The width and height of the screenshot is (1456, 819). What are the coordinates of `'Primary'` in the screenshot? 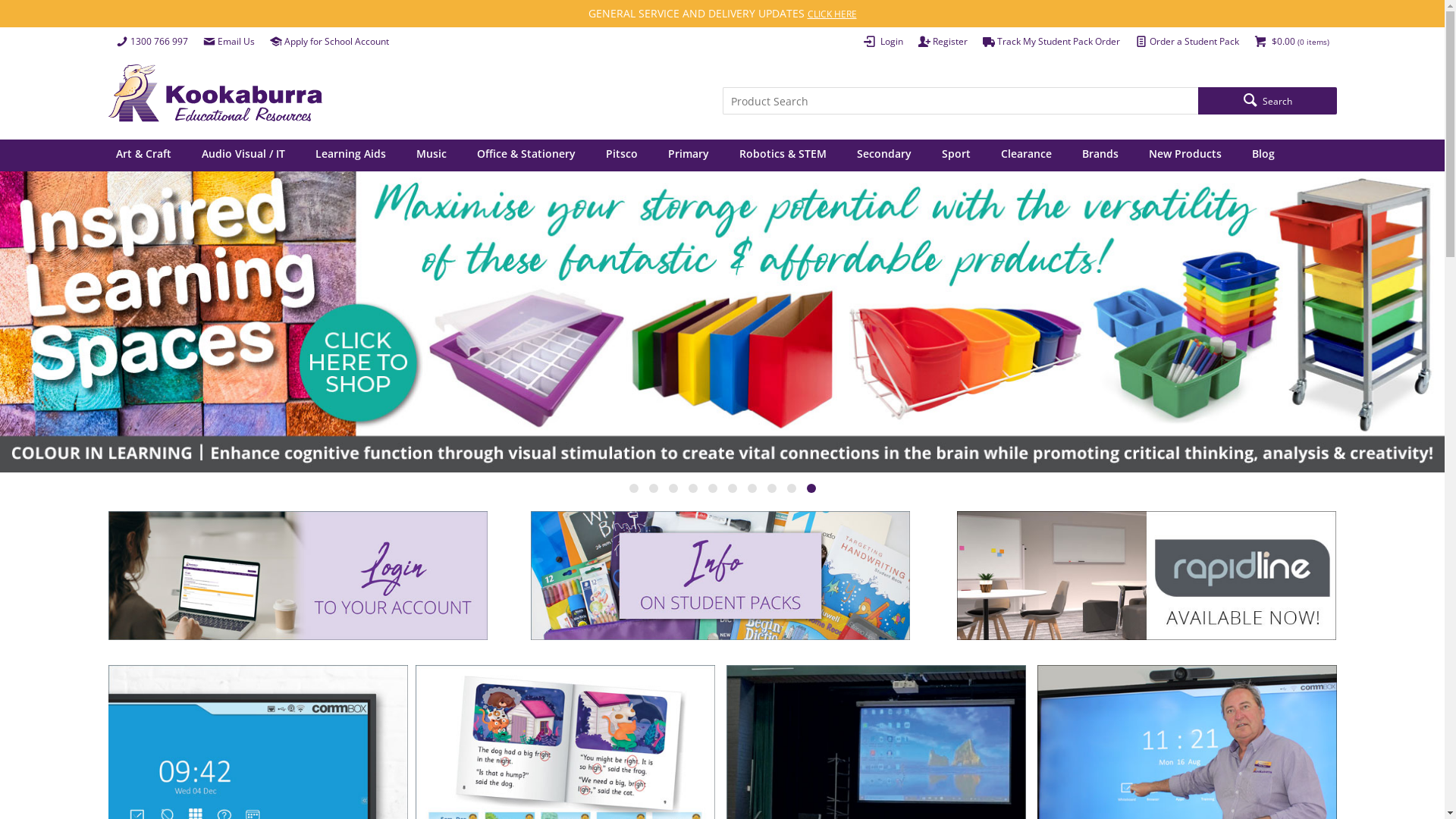 It's located at (687, 155).